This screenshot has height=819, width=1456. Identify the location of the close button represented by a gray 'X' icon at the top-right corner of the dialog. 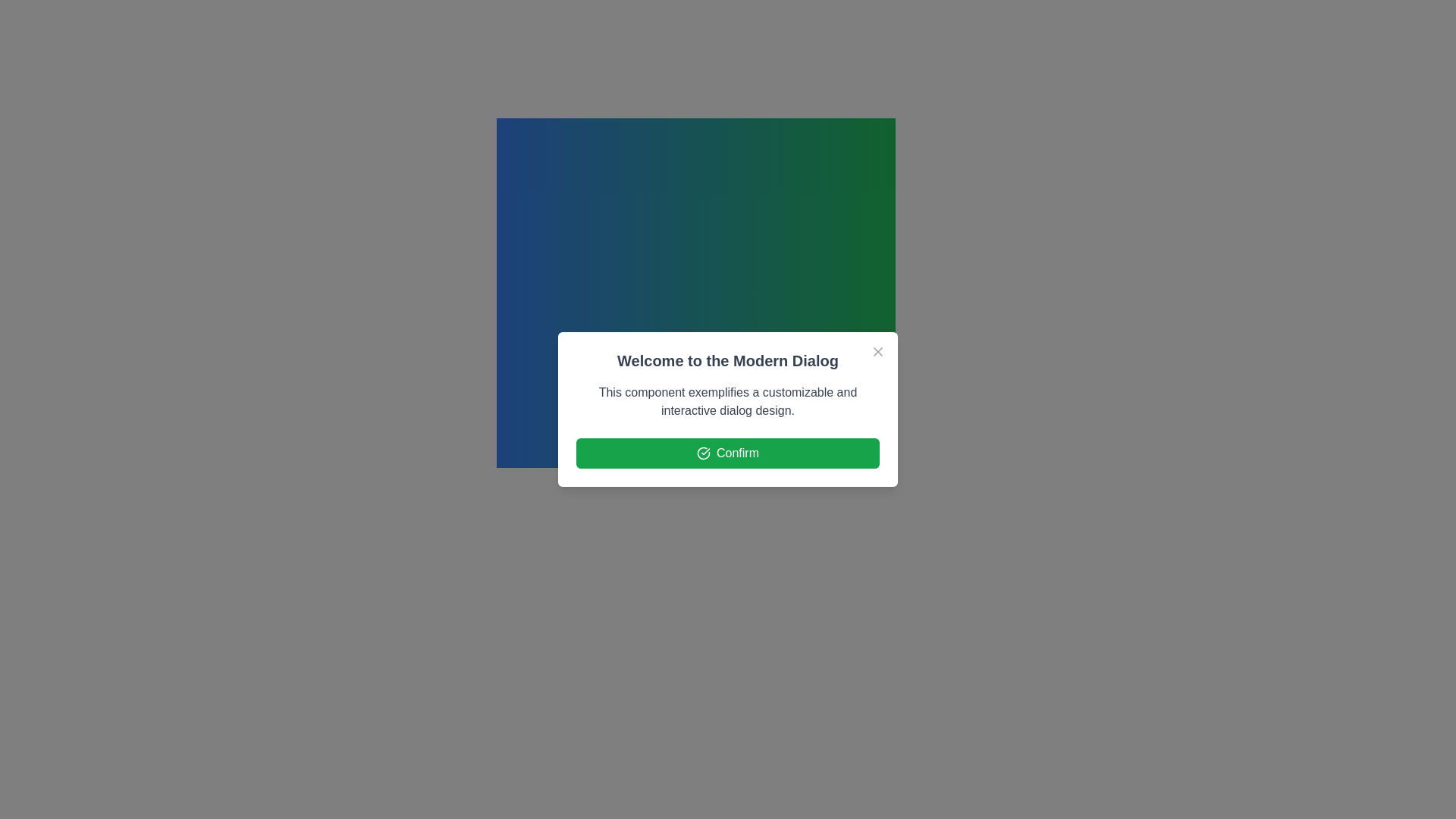
(877, 351).